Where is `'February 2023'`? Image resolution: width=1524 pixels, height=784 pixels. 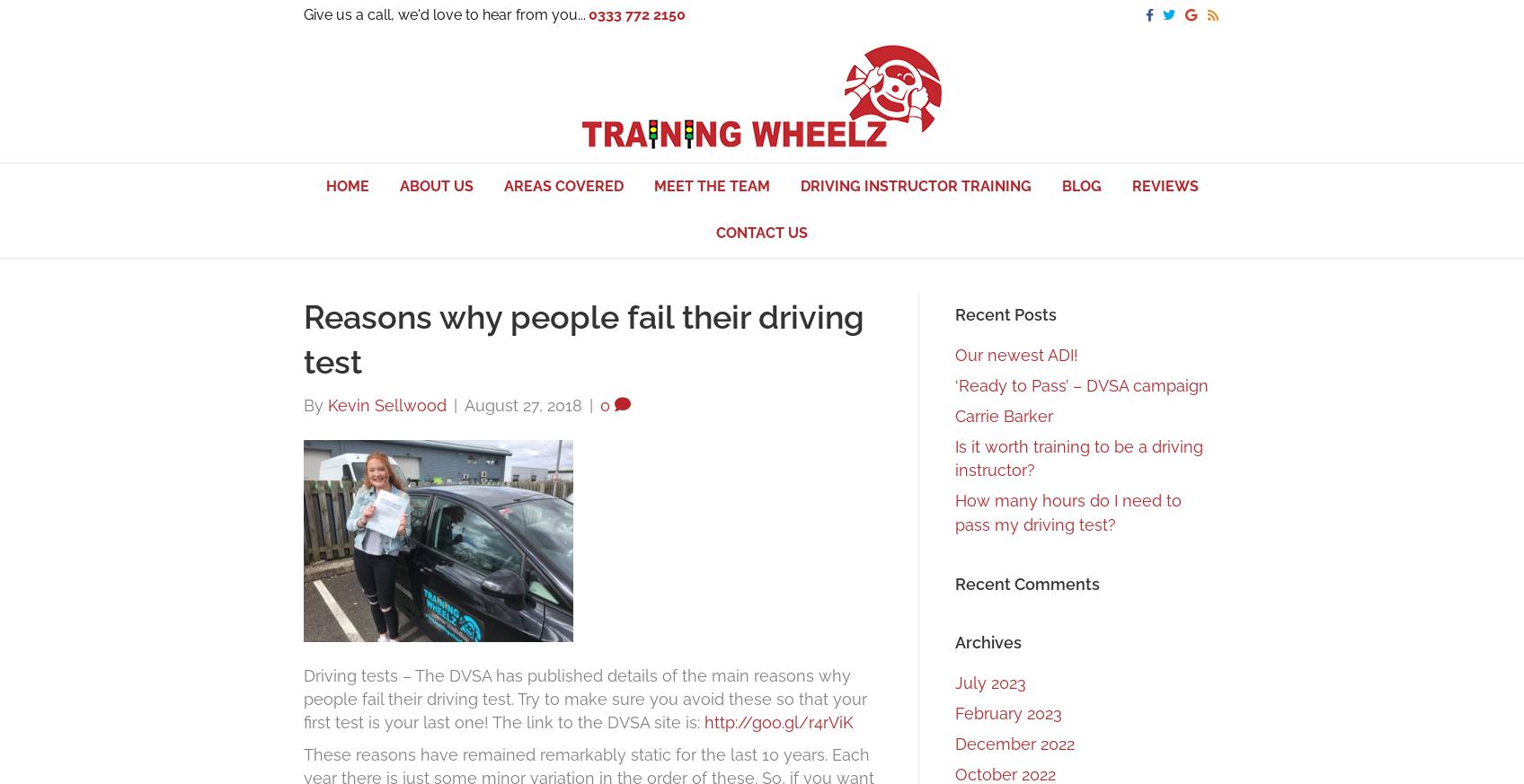 'February 2023' is located at coordinates (1007, 713).